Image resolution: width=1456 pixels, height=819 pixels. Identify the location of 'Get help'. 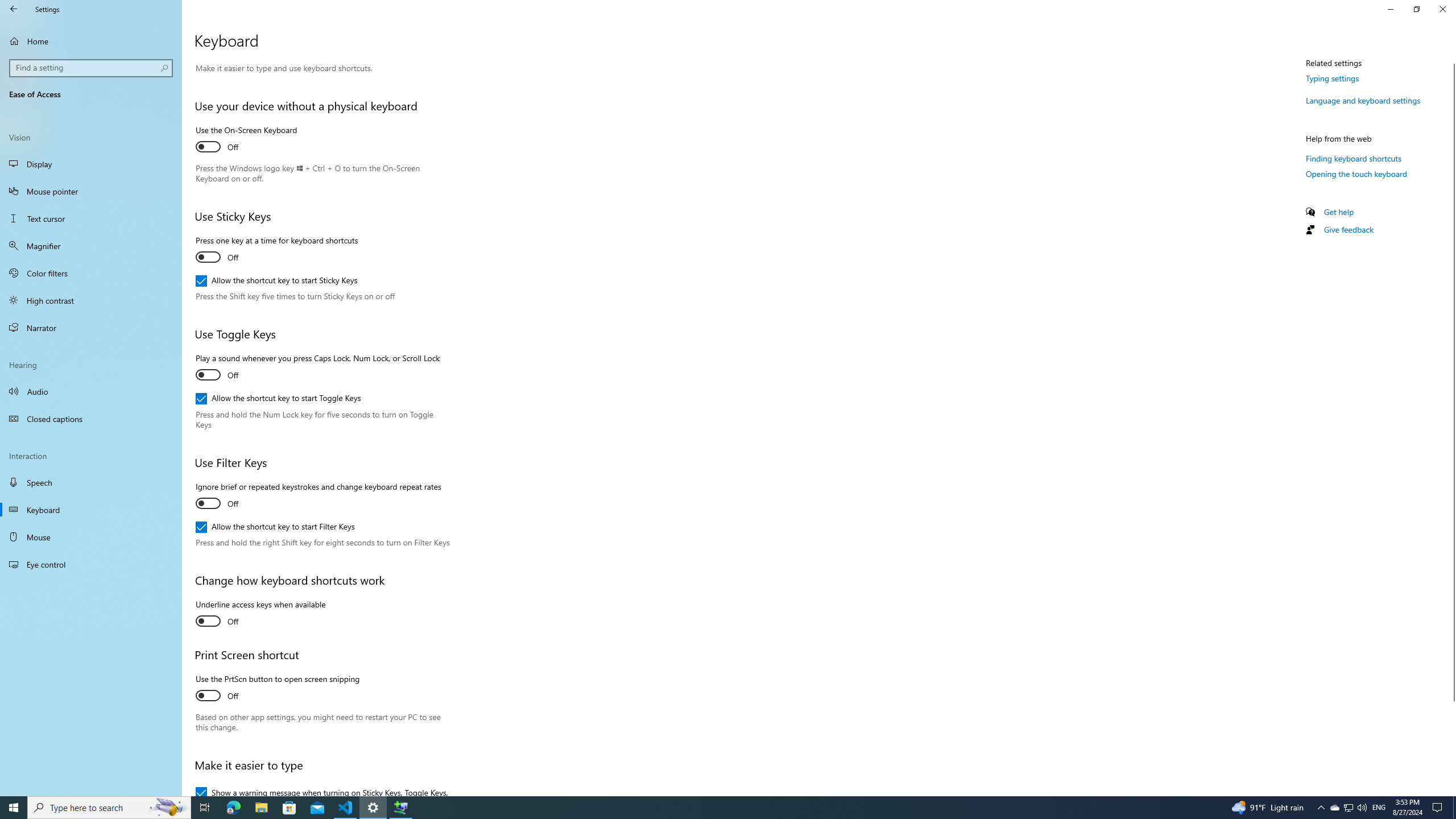
(1338, 211).